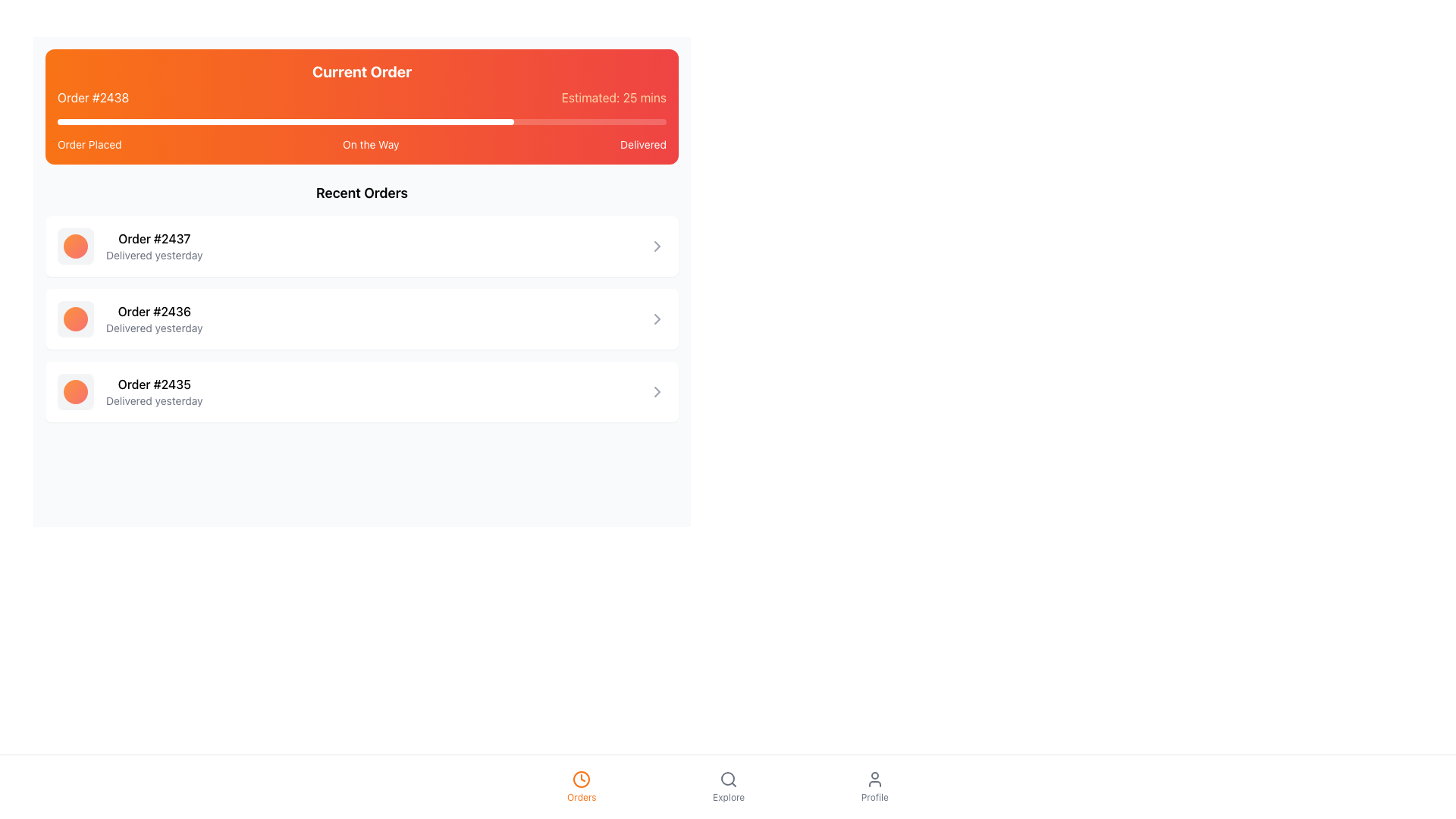  What do you see at coordinates (361, 106) in the screenshot?
I see `the Status overview block element that features a gradient background from orange to red with the title 'Current Order' and order details including 'Order #2438' and 'Estimated: 25 mins.'` at bounding box center [361, 106].